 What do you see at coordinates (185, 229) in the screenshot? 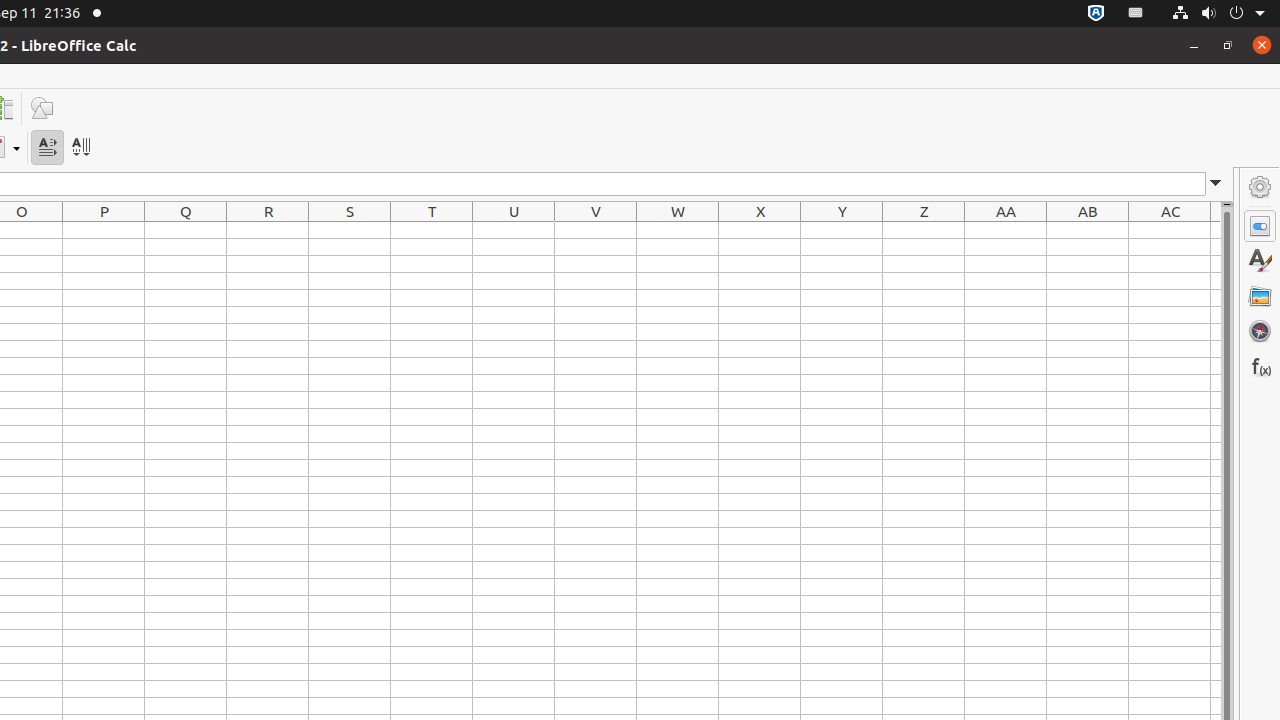
I see `'Q1'` at bounding box center [185, 229].